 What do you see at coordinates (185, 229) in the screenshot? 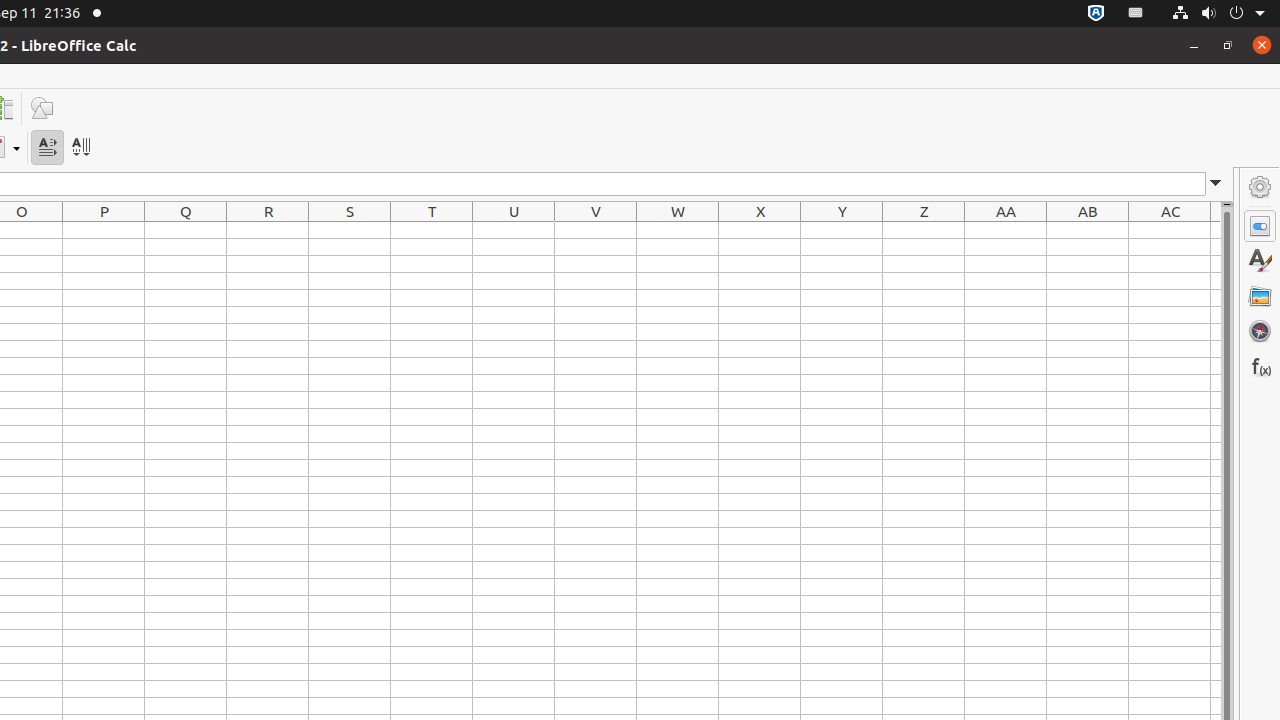
I see `'Q1'` at bounding box center [185, 229].